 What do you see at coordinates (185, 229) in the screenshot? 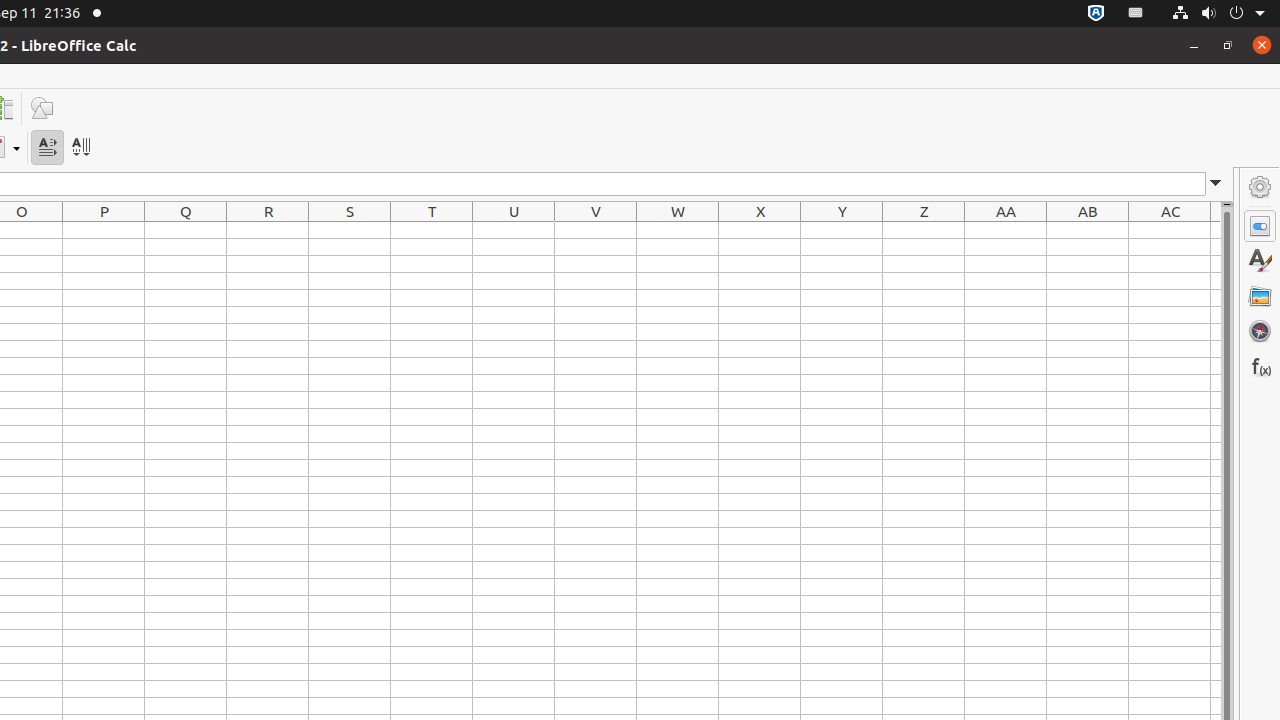
I see `'Q1'` at bounding box center [185, 229].